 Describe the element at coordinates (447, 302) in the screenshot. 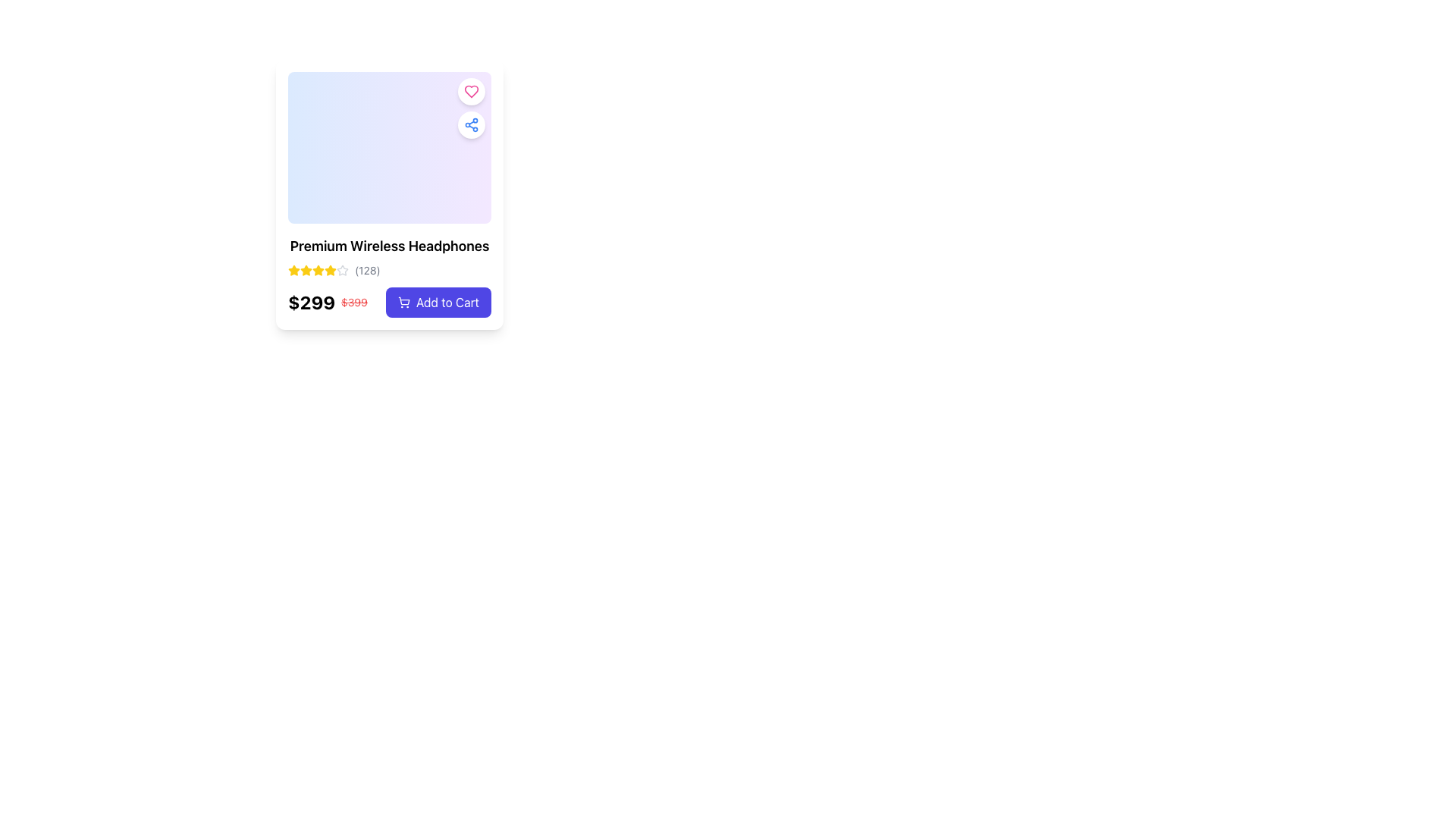

I see `accessibility properties of the 'Add to Cart' text label, which is displayed in white font on a blue rectangular button located at the bottom-right corner of the product card` at that location.